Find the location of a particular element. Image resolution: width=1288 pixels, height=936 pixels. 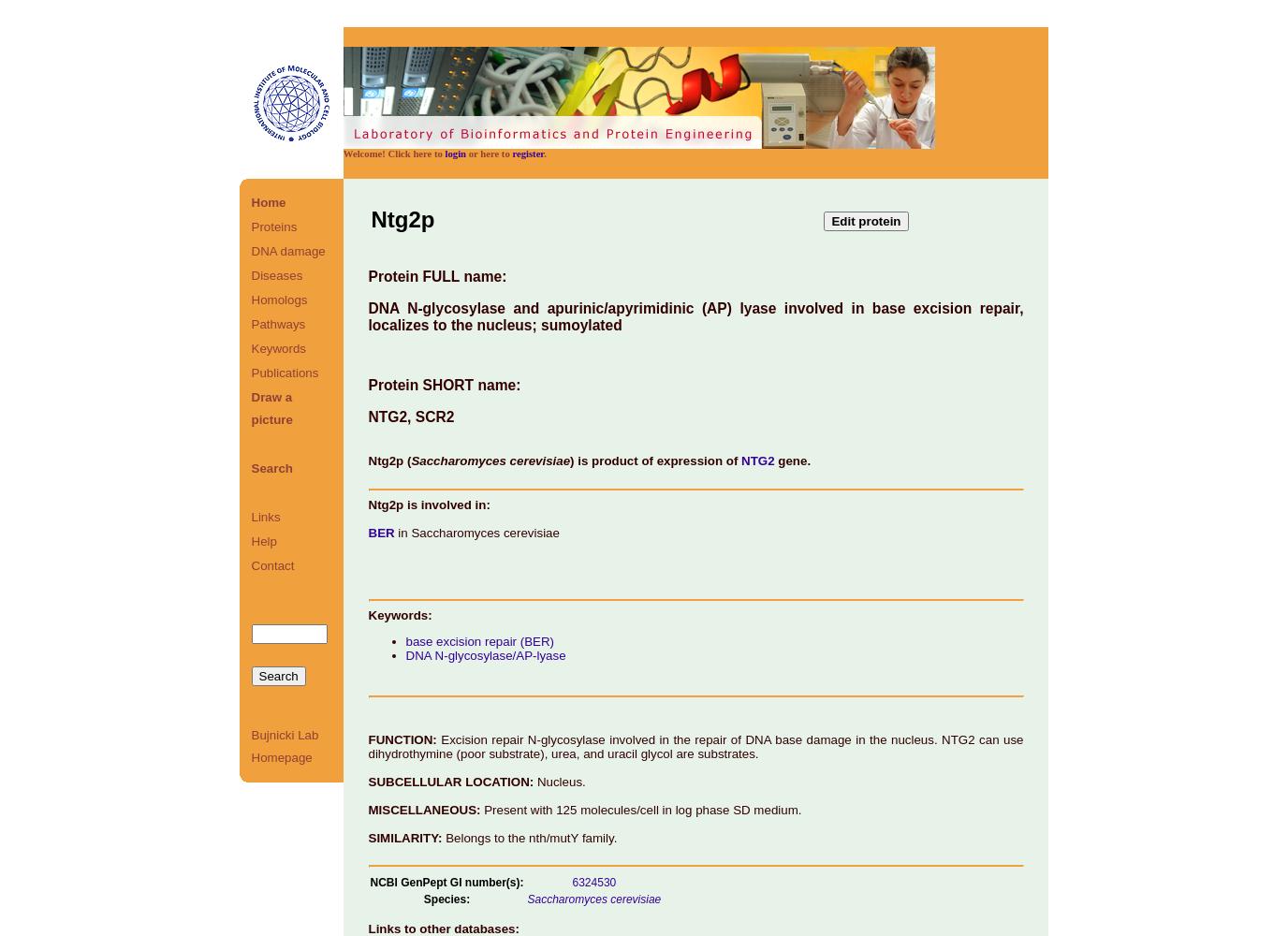

'Search' is located at coordinates (271, 468).